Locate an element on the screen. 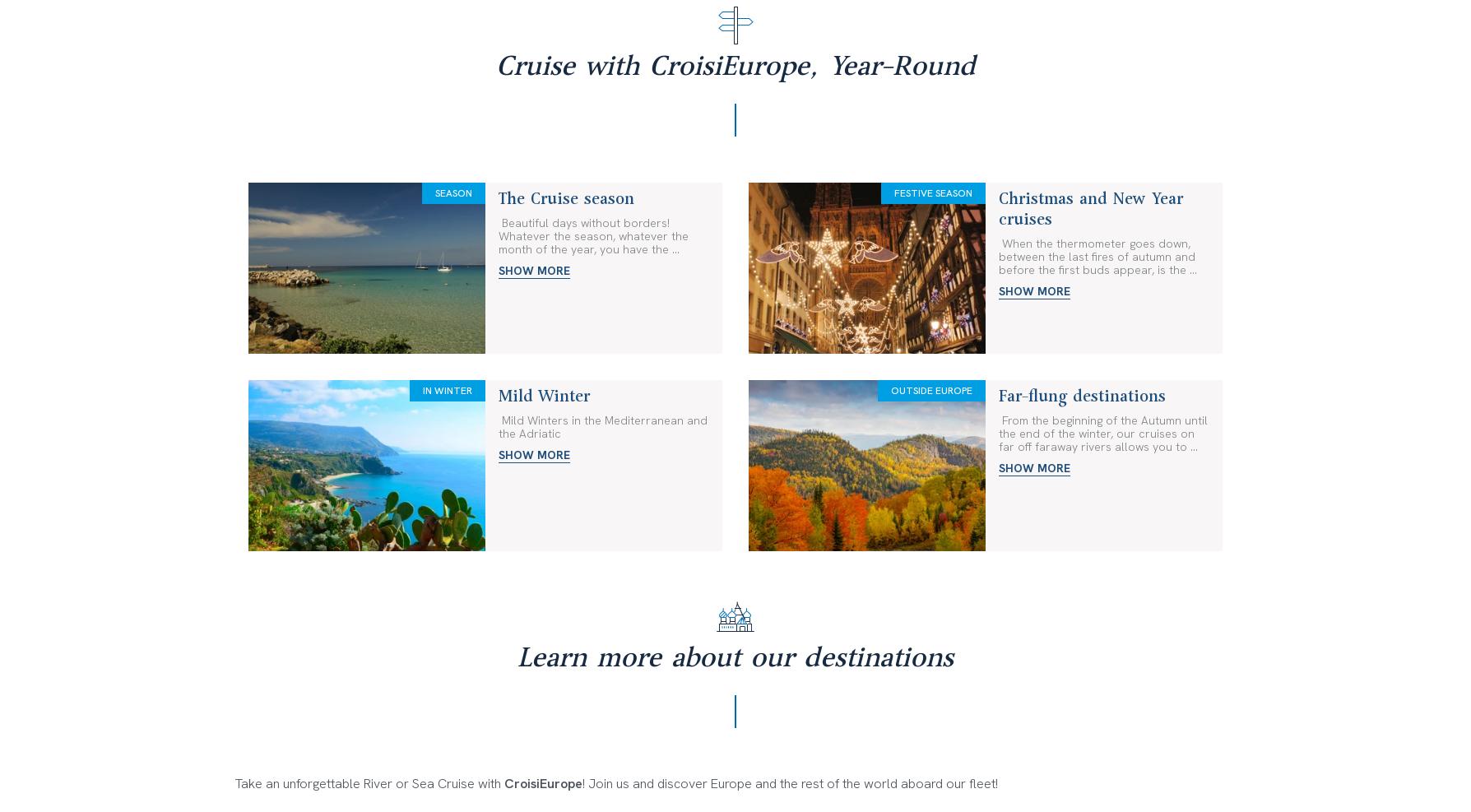 The width and height of the screenshot is (1471, 812). 'Refuse' is located at coordinates (981, 800).